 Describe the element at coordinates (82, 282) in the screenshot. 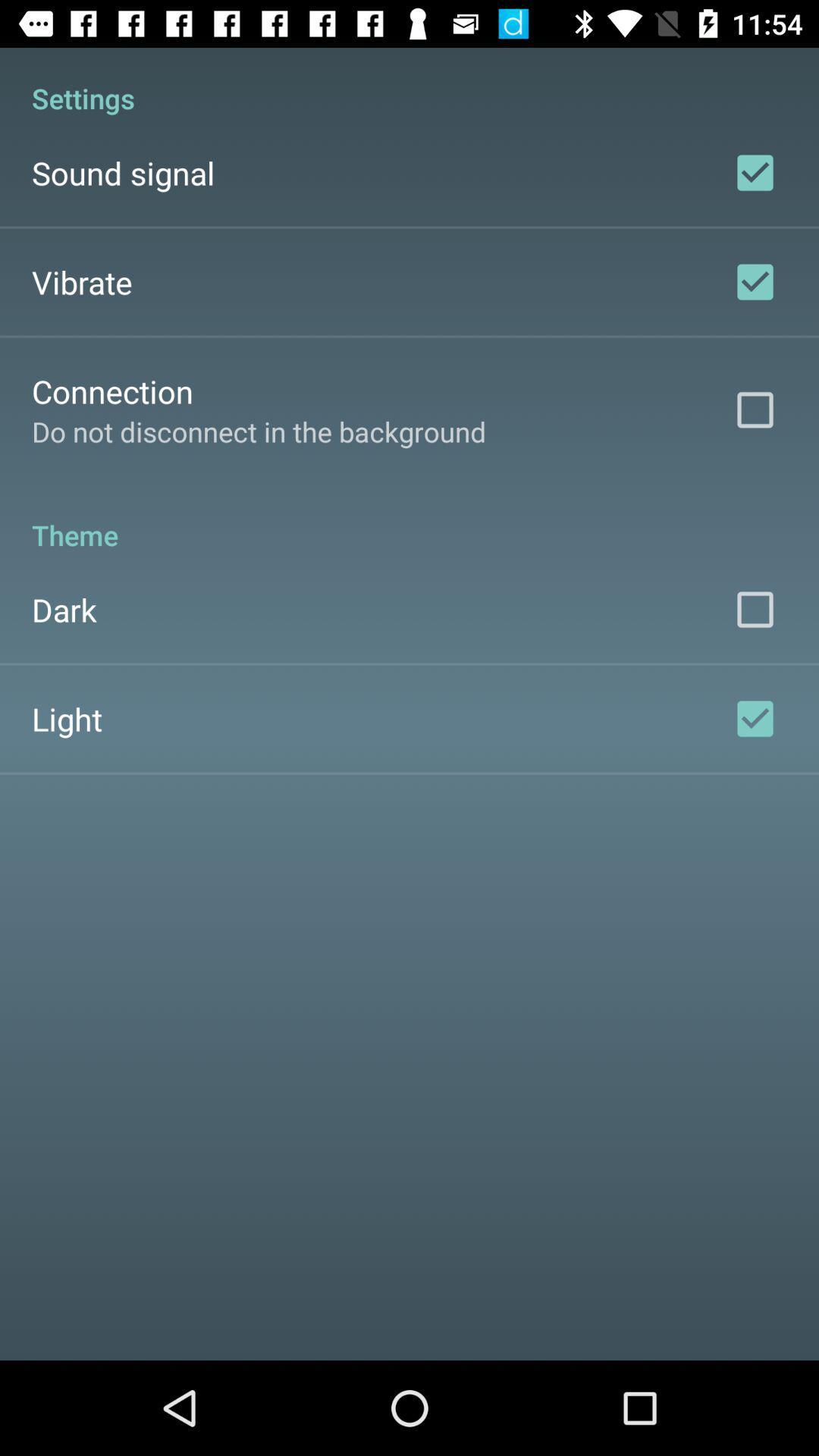

I see `vibrate item` at that location.